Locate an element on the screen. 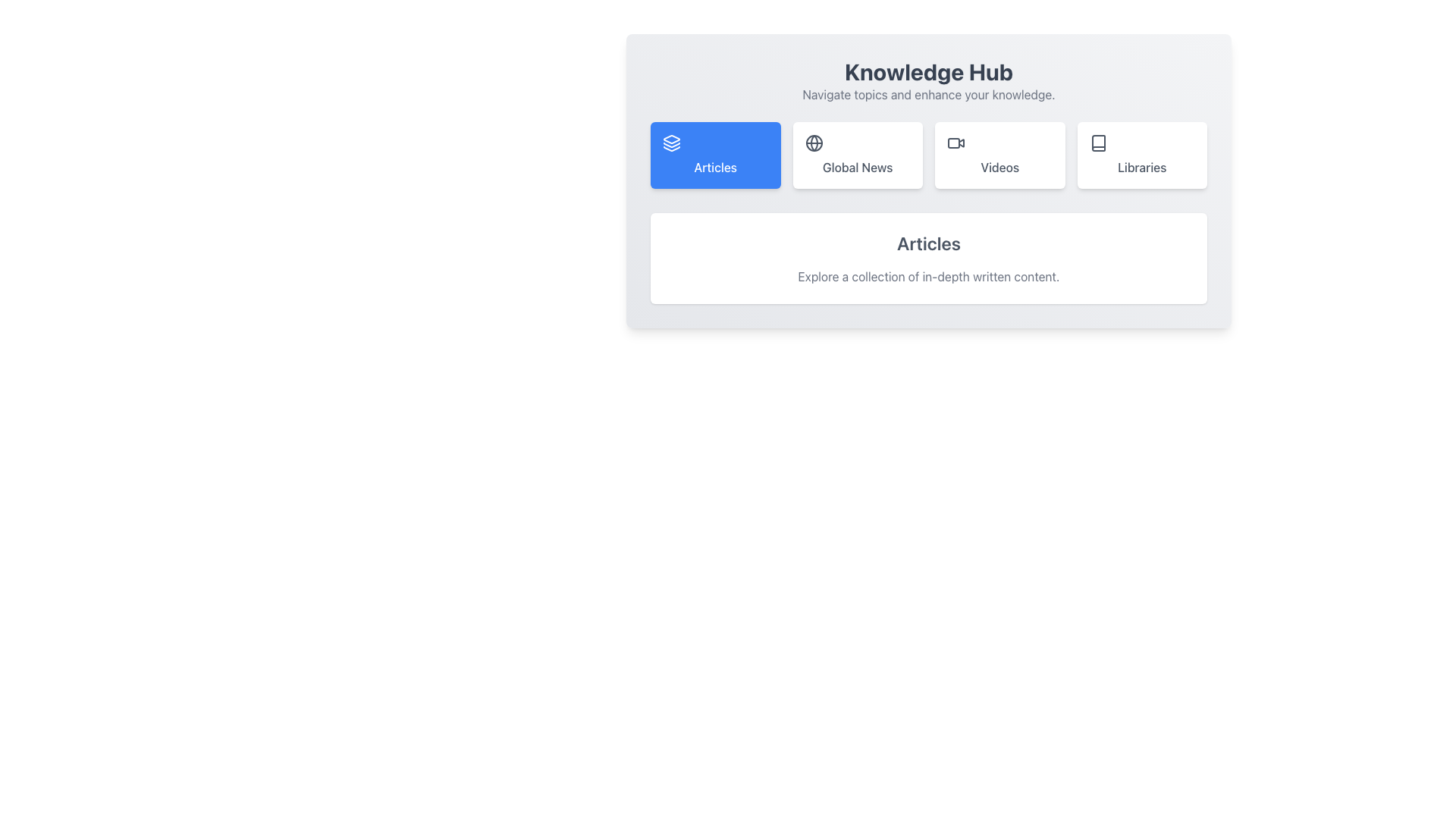 This screenshot has height=819, width=1456. 'Articles' label, which is a textual label styled in white on a blue background, located within the button on the leftmost position under the 'Knowledge Hub' title is located at coordinates (714, 167).